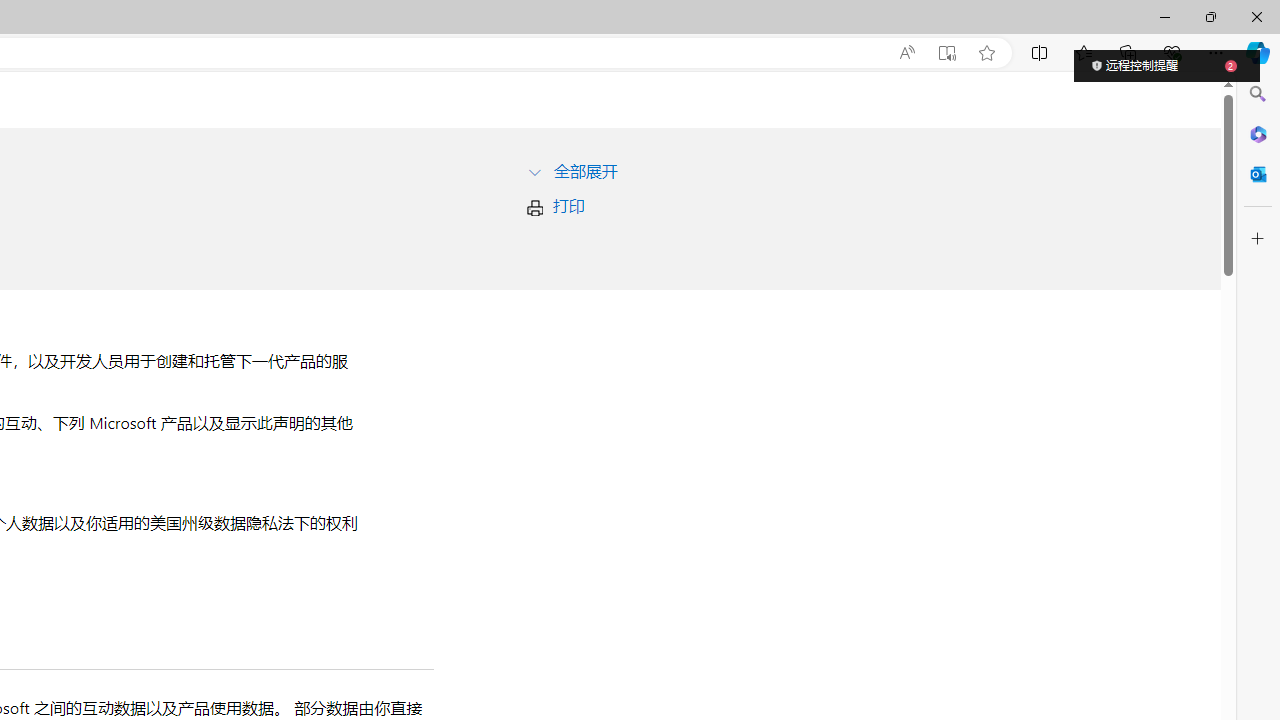 The width and height of the screenshot is (1280, 720). Describe the element at coordinates (1257, 238) in the screenshot. I see `'Customize'` at that location.